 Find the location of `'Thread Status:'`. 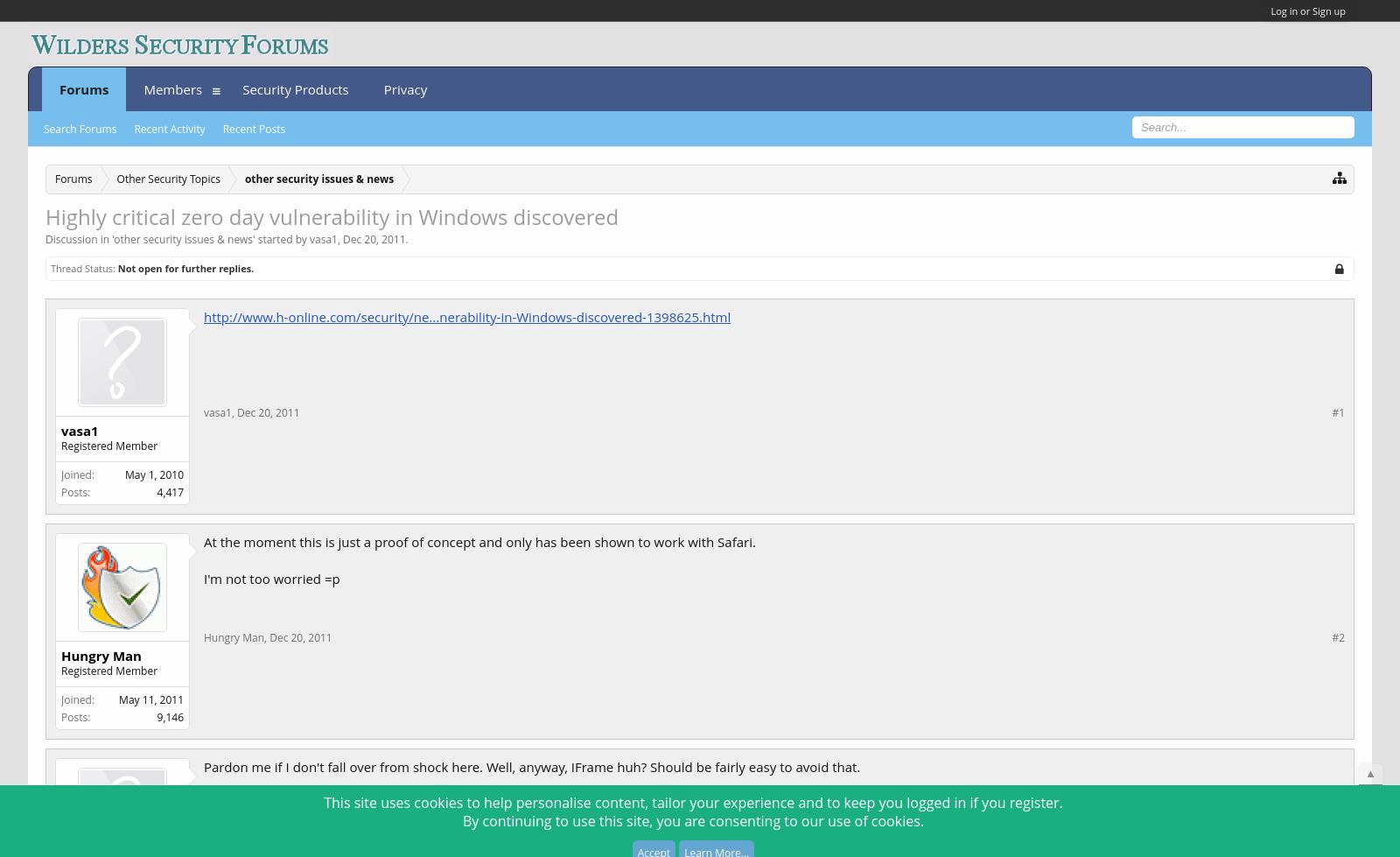

'Thread Status:' is located at coordinates (49, 267).